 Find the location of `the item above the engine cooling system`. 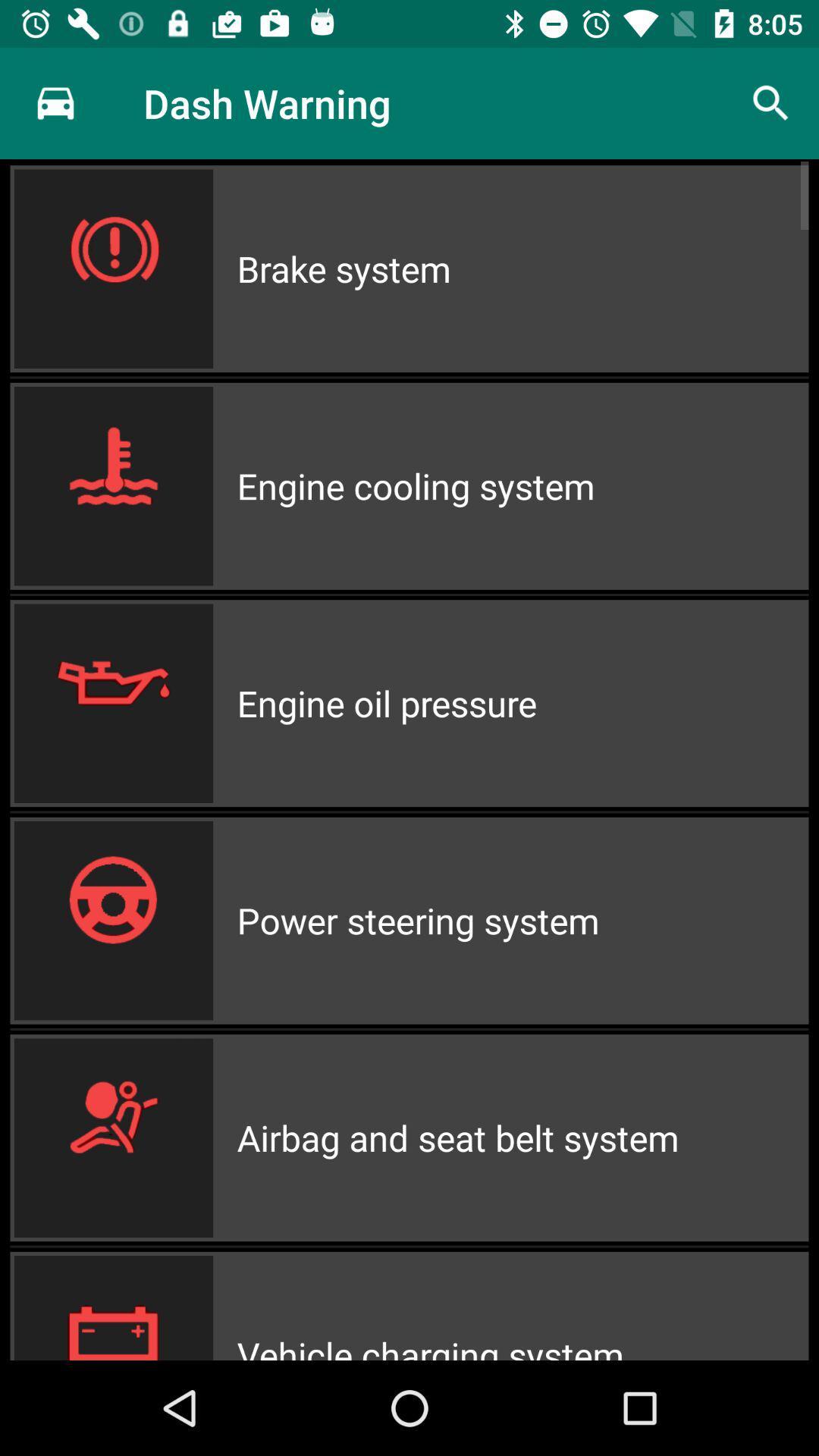

the item above the engine cooling system is located at coordinates (522, 268).